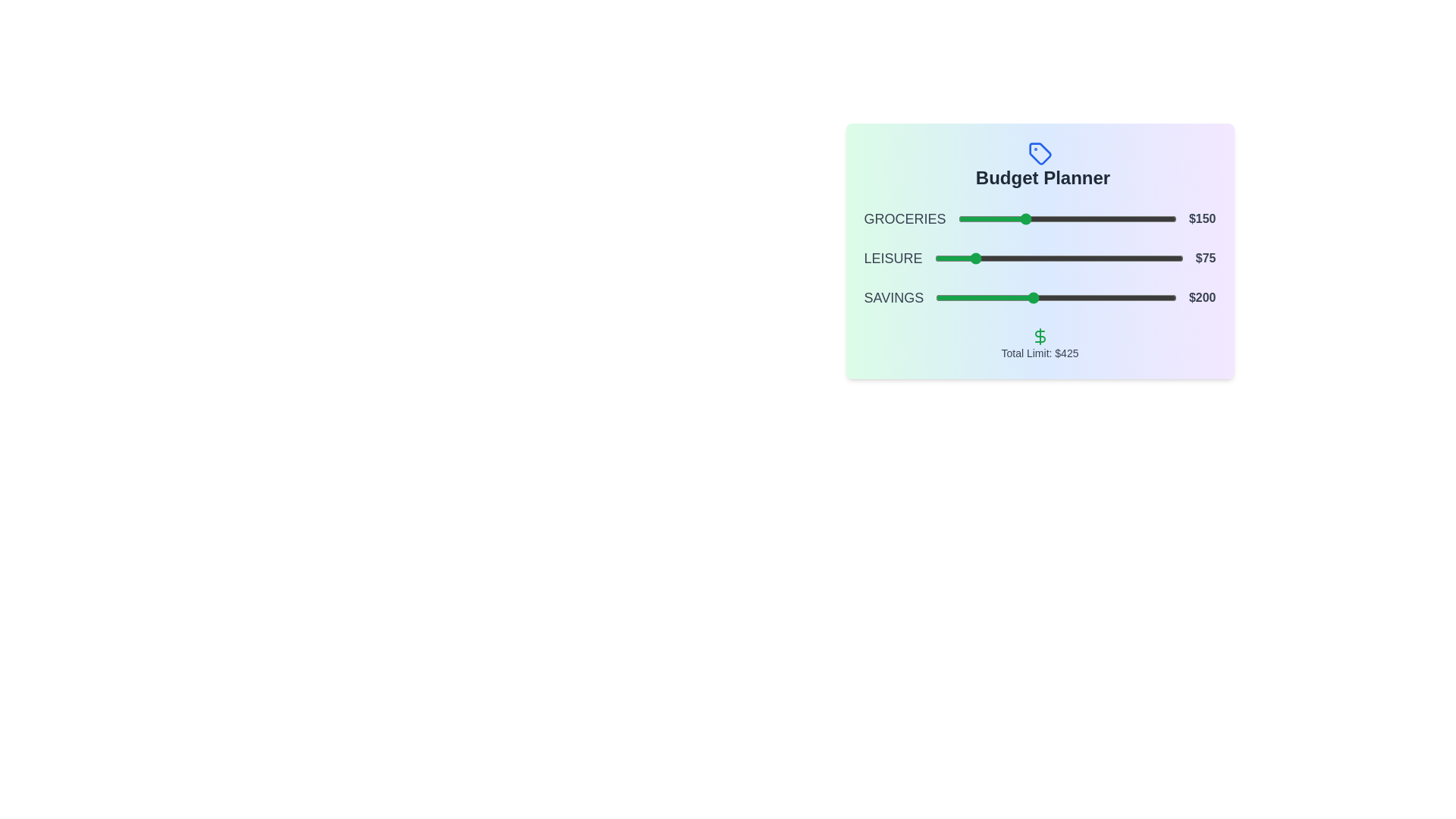 The image size is (1456, 819). What do you see at coordinates (975, 257) in the screenshot?
I see `the slider for 1 to 40` at bounding box center [975, 257].